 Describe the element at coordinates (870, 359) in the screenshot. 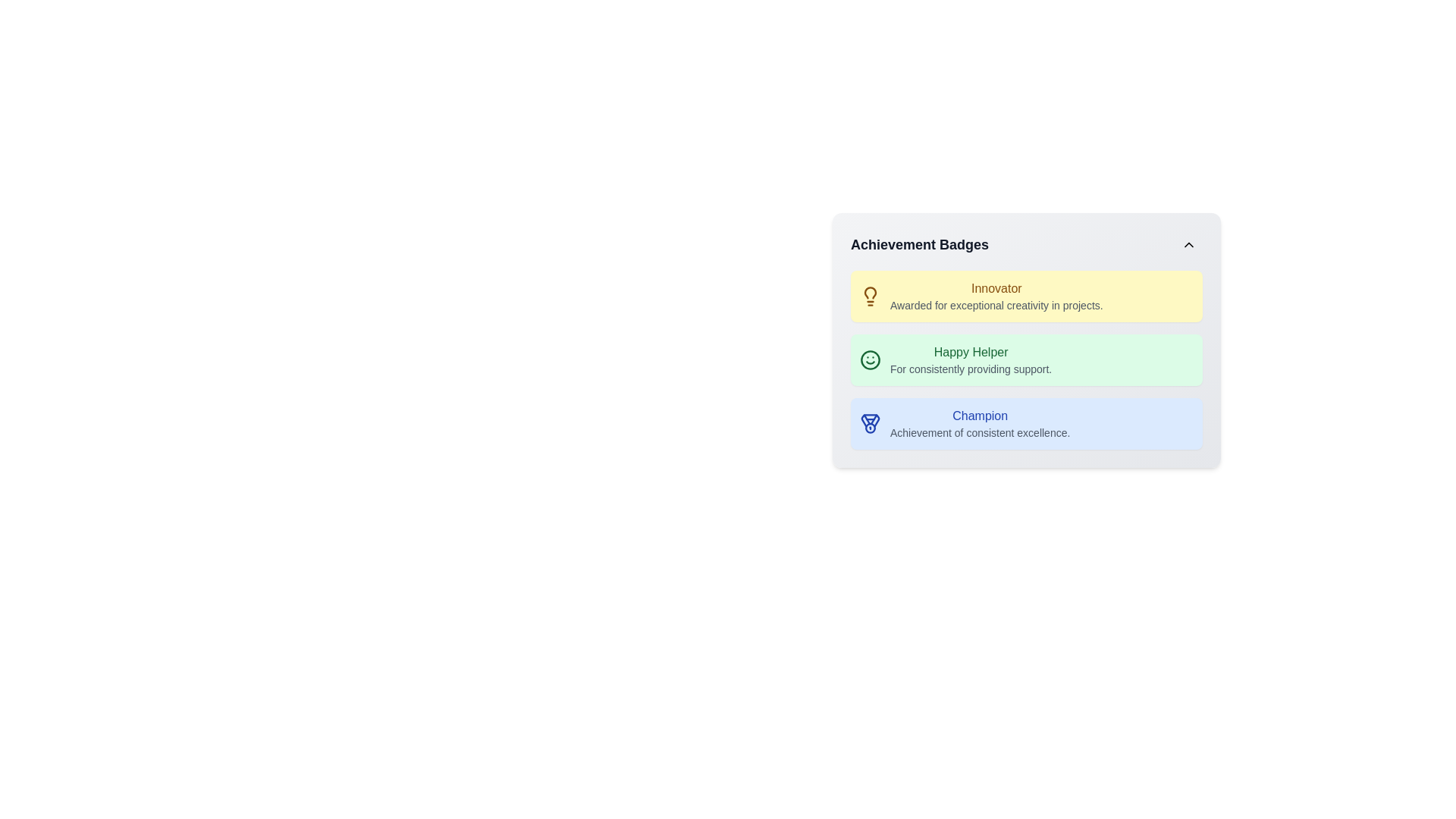

I see `the 'Happy Helper' achievement badge icon located in the left portion of the second row of the achievement badges section, which is marked by a green background` at that location.